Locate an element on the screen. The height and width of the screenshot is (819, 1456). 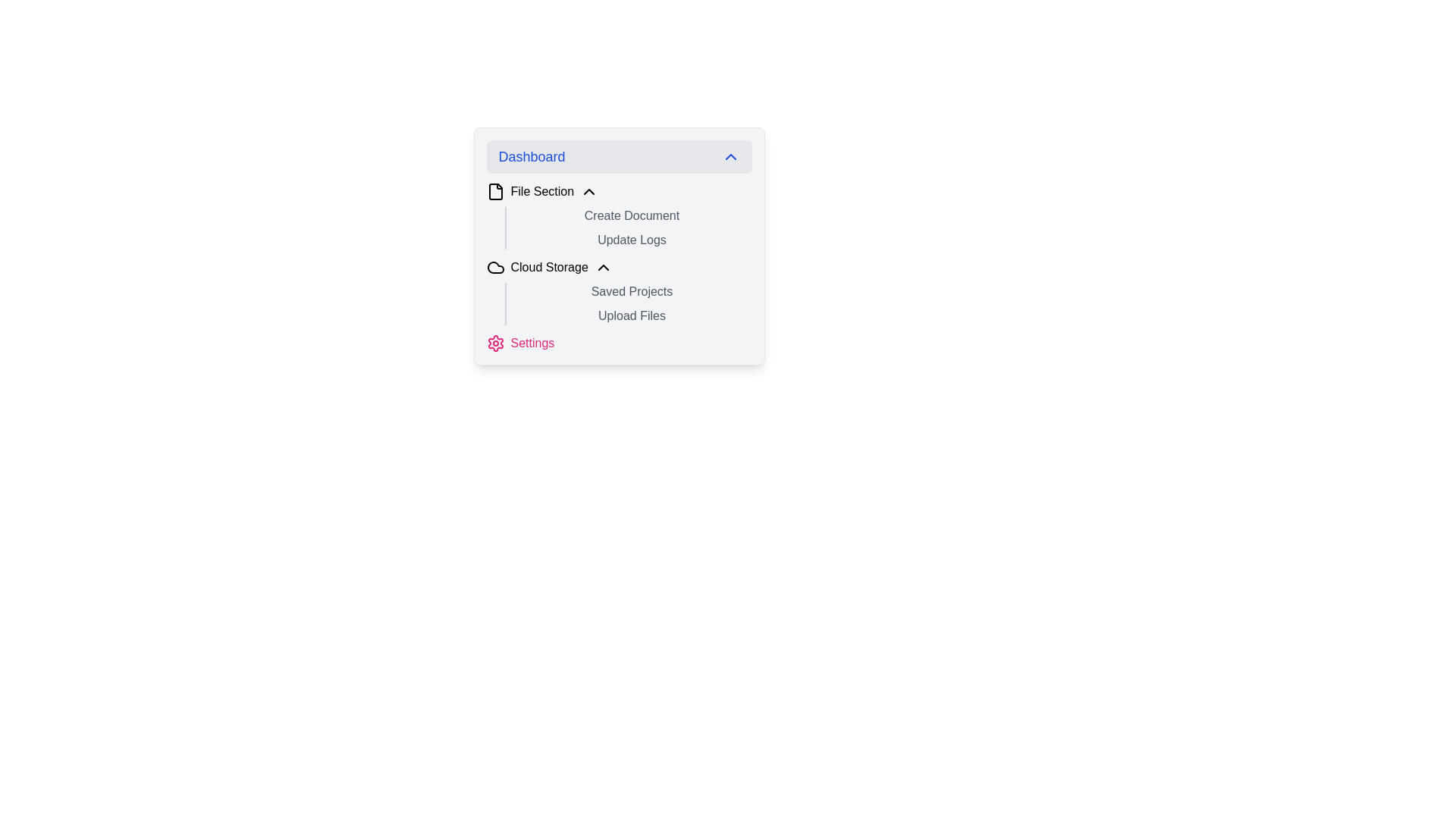
the 'Update Logs' text link, which is styled with light gray text color and changes to black on hover, located under the 'File Section' subsection is located at coordinates (619, 245).